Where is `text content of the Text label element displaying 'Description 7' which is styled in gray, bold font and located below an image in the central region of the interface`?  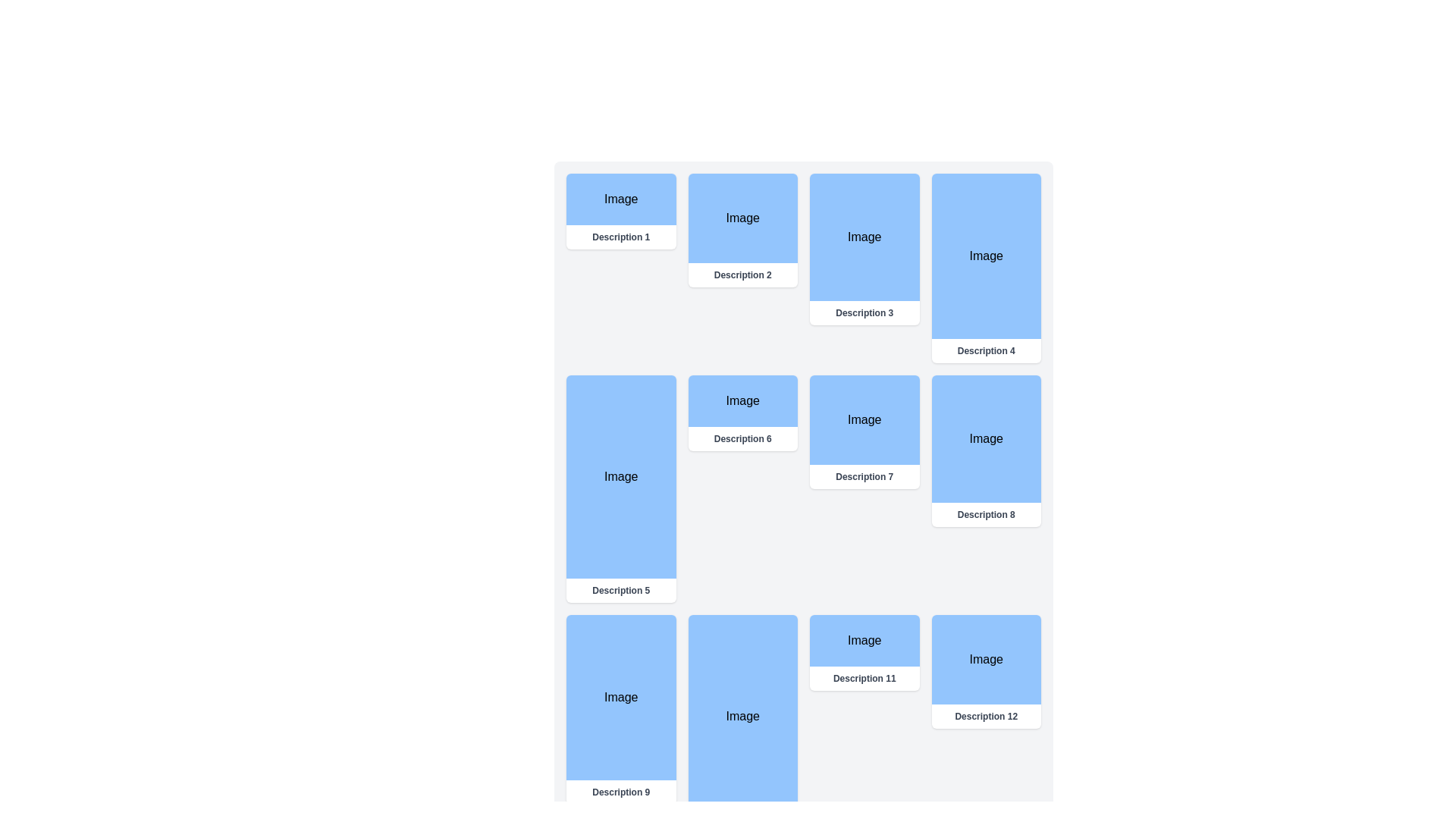
text content of the Text label element displaying 'Description 7' which is styled in gray, bold font and located below an image in the central region of the interface is located at coordinates (864, 475).